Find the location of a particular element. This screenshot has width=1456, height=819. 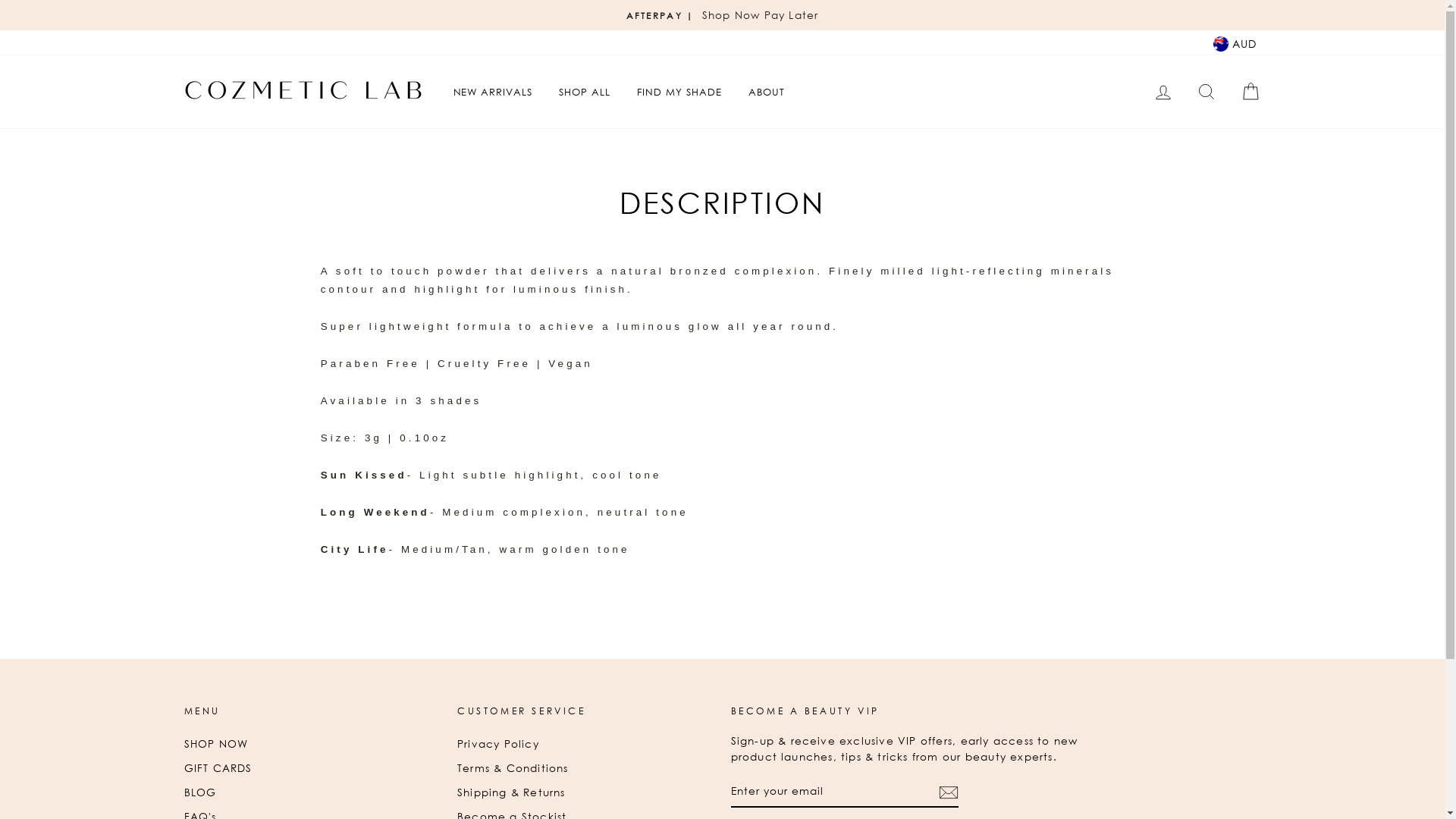

'ABOUT' is located at coordinates (767, 91).